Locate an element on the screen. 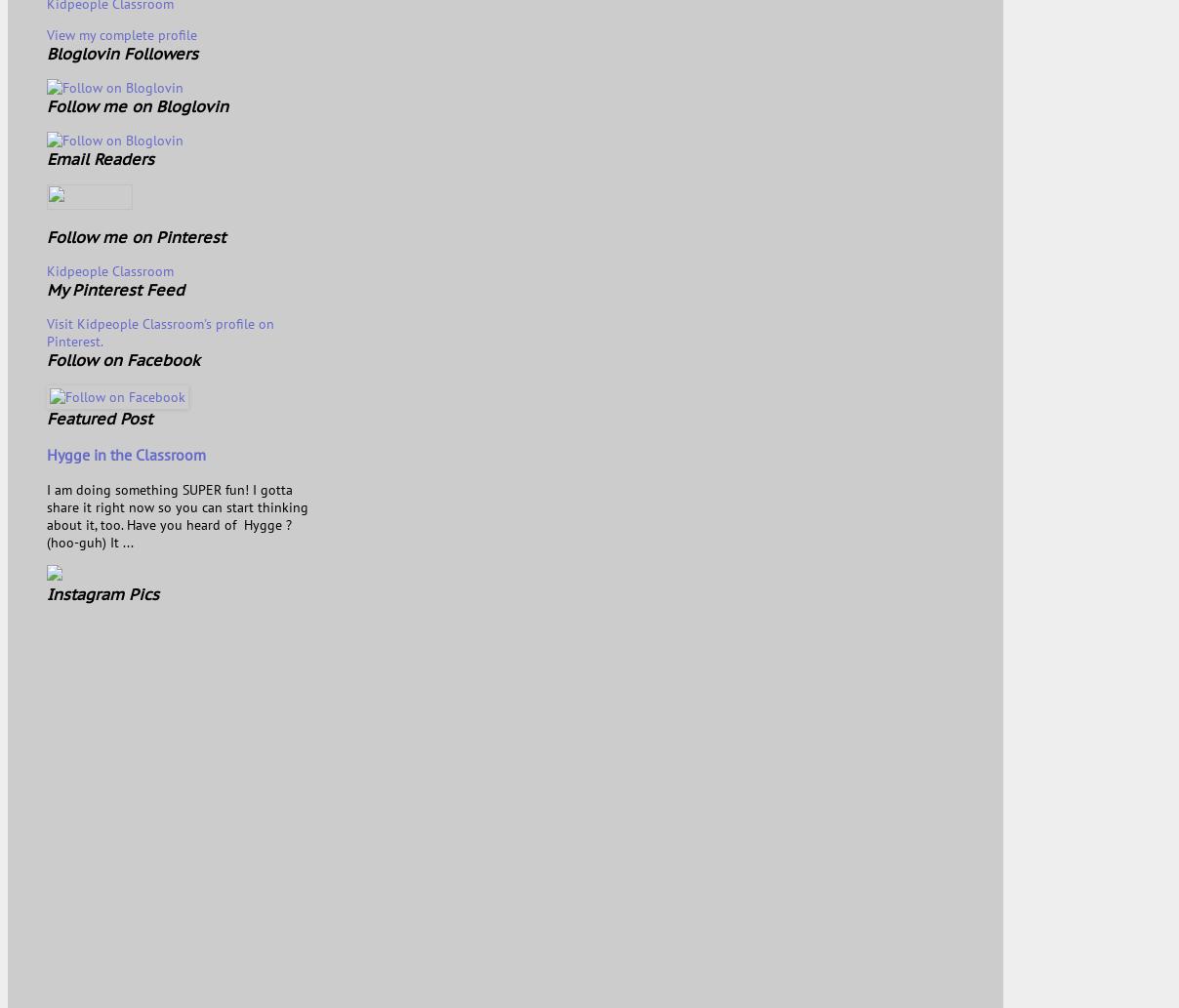 This screenshot has width=1179, height=1008. 'Follow on Facebook' is located at coordinates (122, 358).